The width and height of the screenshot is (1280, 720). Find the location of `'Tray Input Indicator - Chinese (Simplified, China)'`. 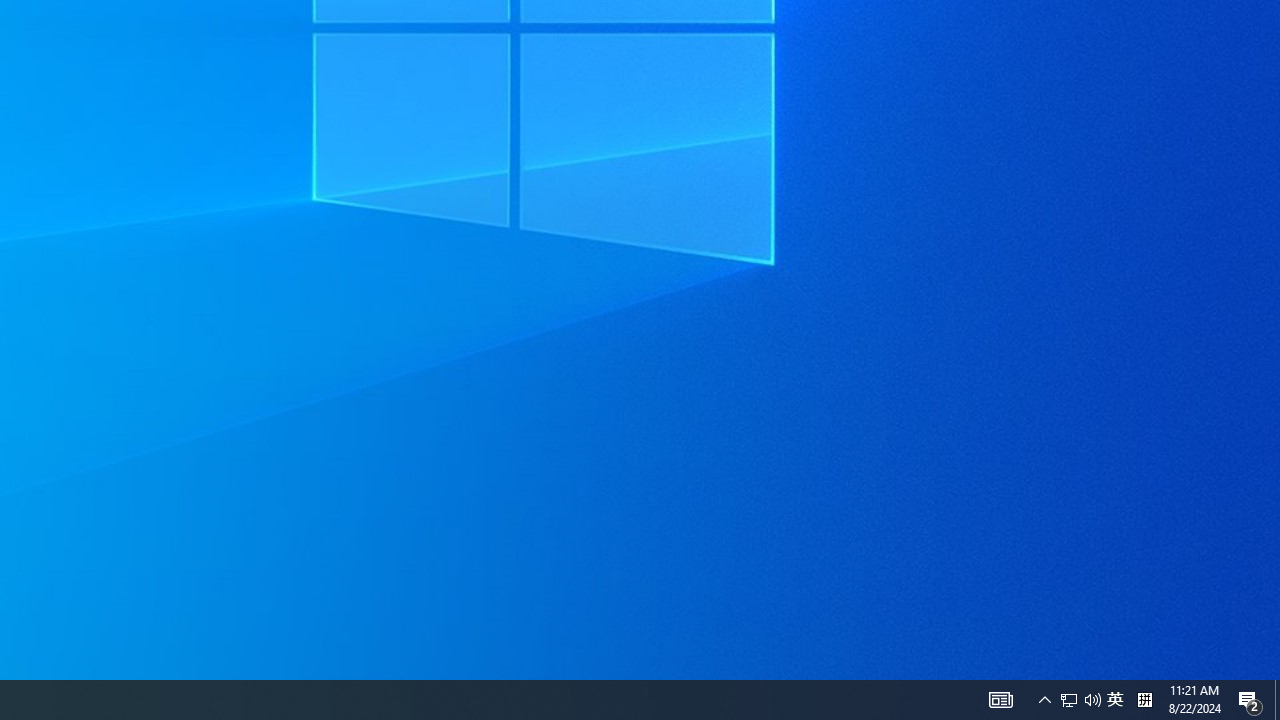

'Tray Input Indicator - Chinese (Simplified, China)' is located at coordinates (1079, 698).